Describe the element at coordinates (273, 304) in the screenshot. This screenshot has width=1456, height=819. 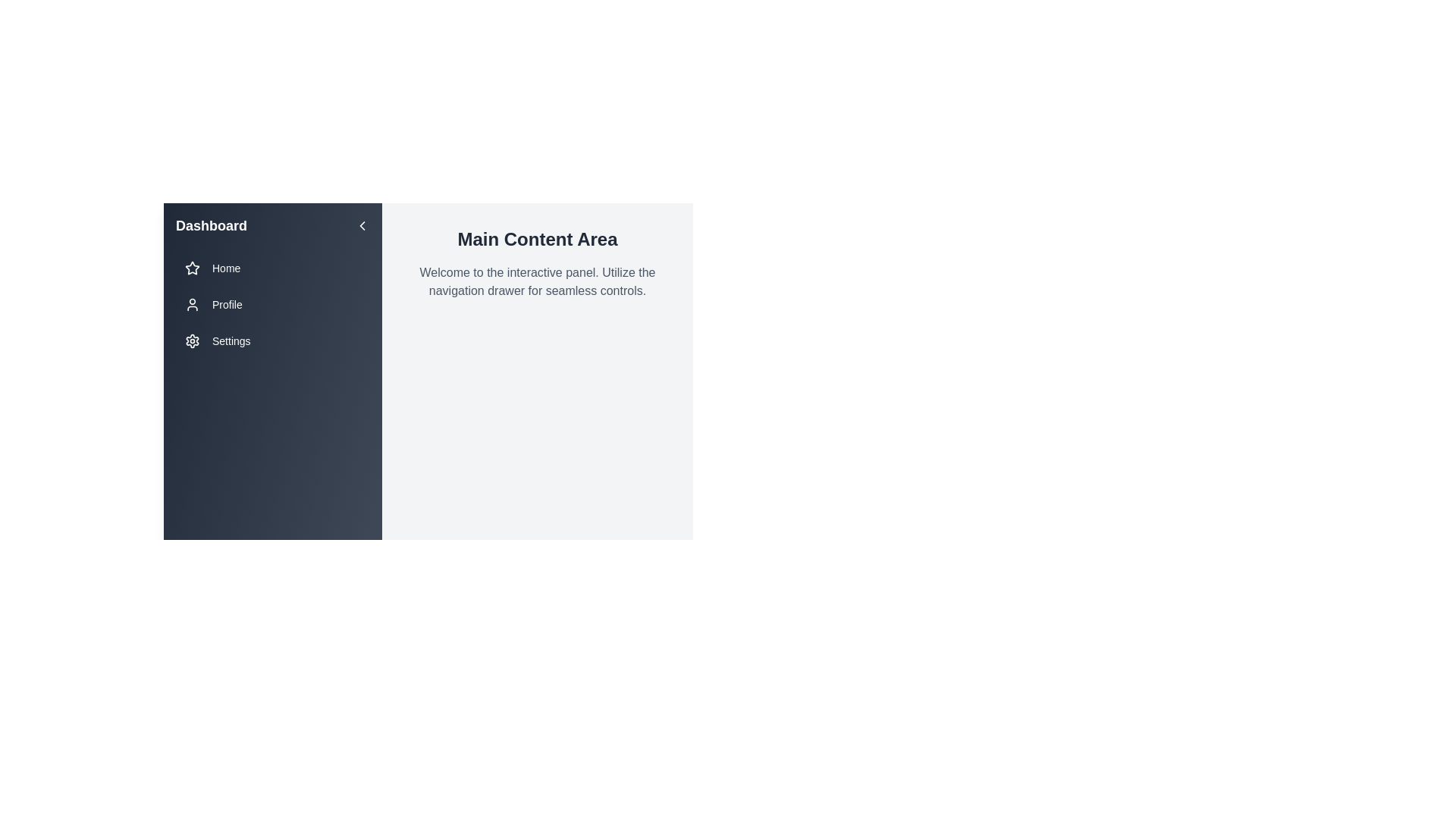
I see `the second item in the vertical navigation list located in the left-side navigation bar` at that location.